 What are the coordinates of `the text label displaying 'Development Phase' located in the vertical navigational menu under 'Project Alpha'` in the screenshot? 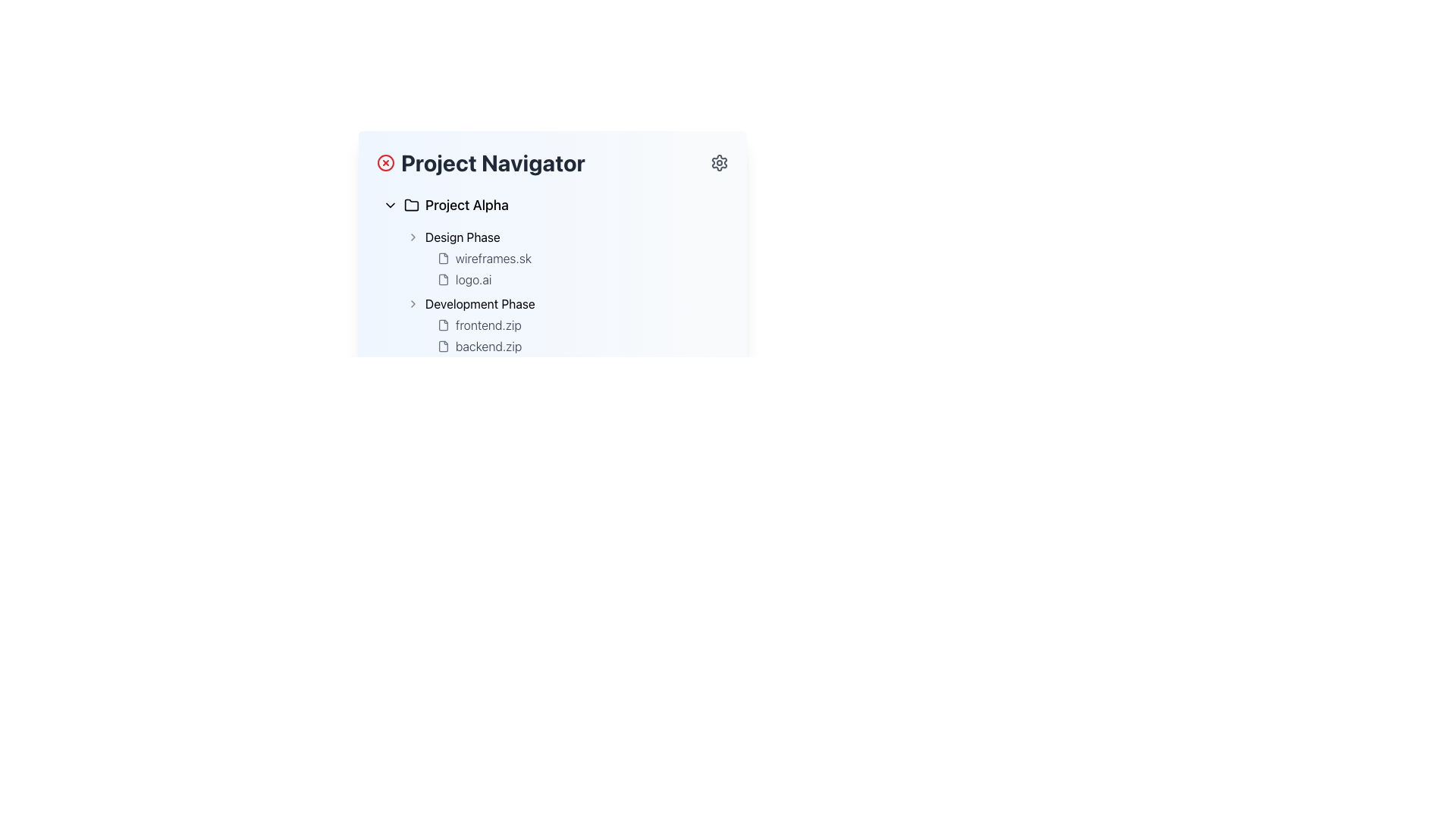 It's located at (479, 304).